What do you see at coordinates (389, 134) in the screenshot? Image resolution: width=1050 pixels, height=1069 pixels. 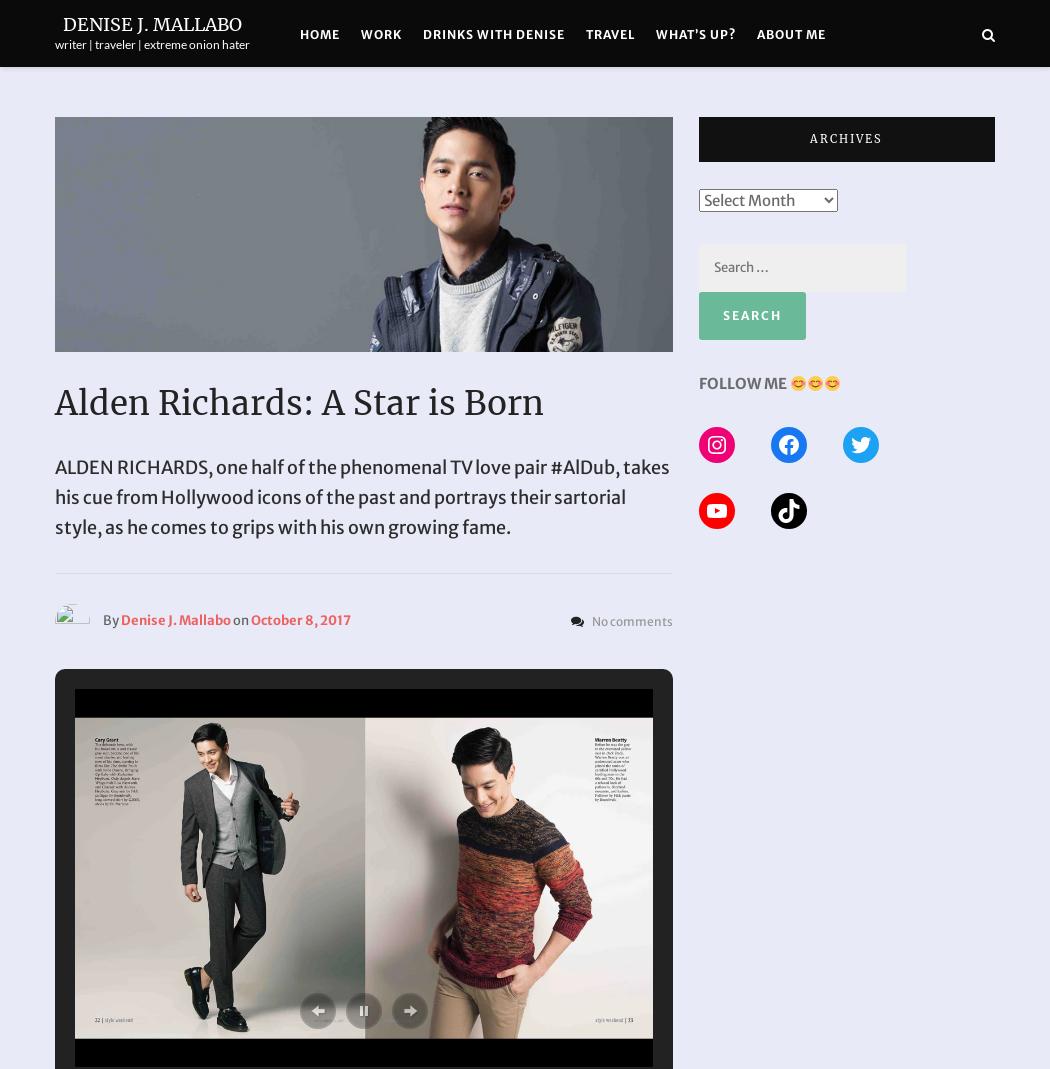 I see `'shoots'` at bounding box center [389, 134].